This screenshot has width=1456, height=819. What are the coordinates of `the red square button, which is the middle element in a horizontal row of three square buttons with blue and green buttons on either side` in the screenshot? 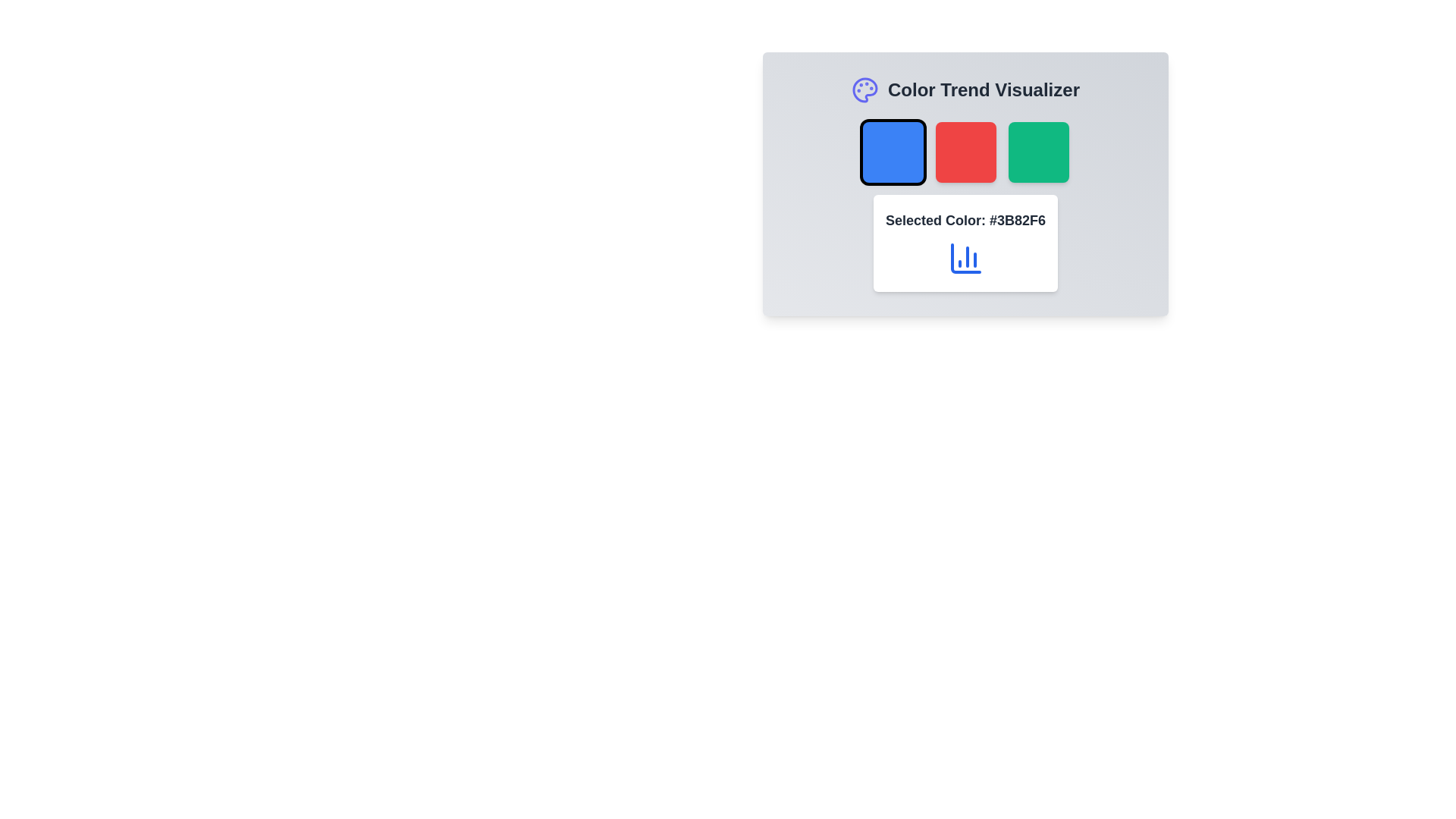 It's located at (965, 152).